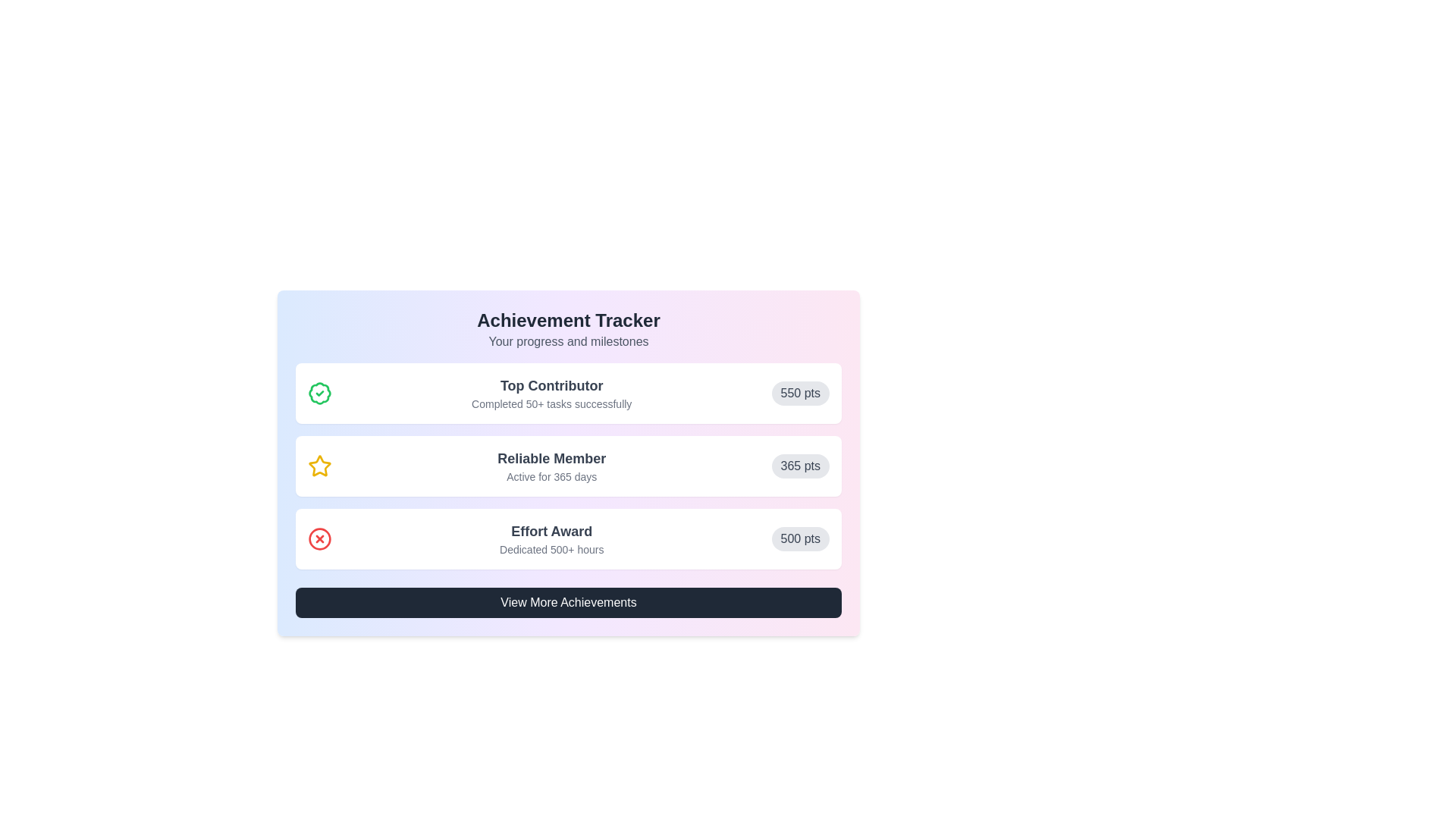 Image resolution: width=1456 pixels, height=819 pixels. Describe the element at coordinates (319, 393) in the screenshot. I see `the 'Top Contributor' achievement icon located on the far left of the achievement tracker row` at that location.